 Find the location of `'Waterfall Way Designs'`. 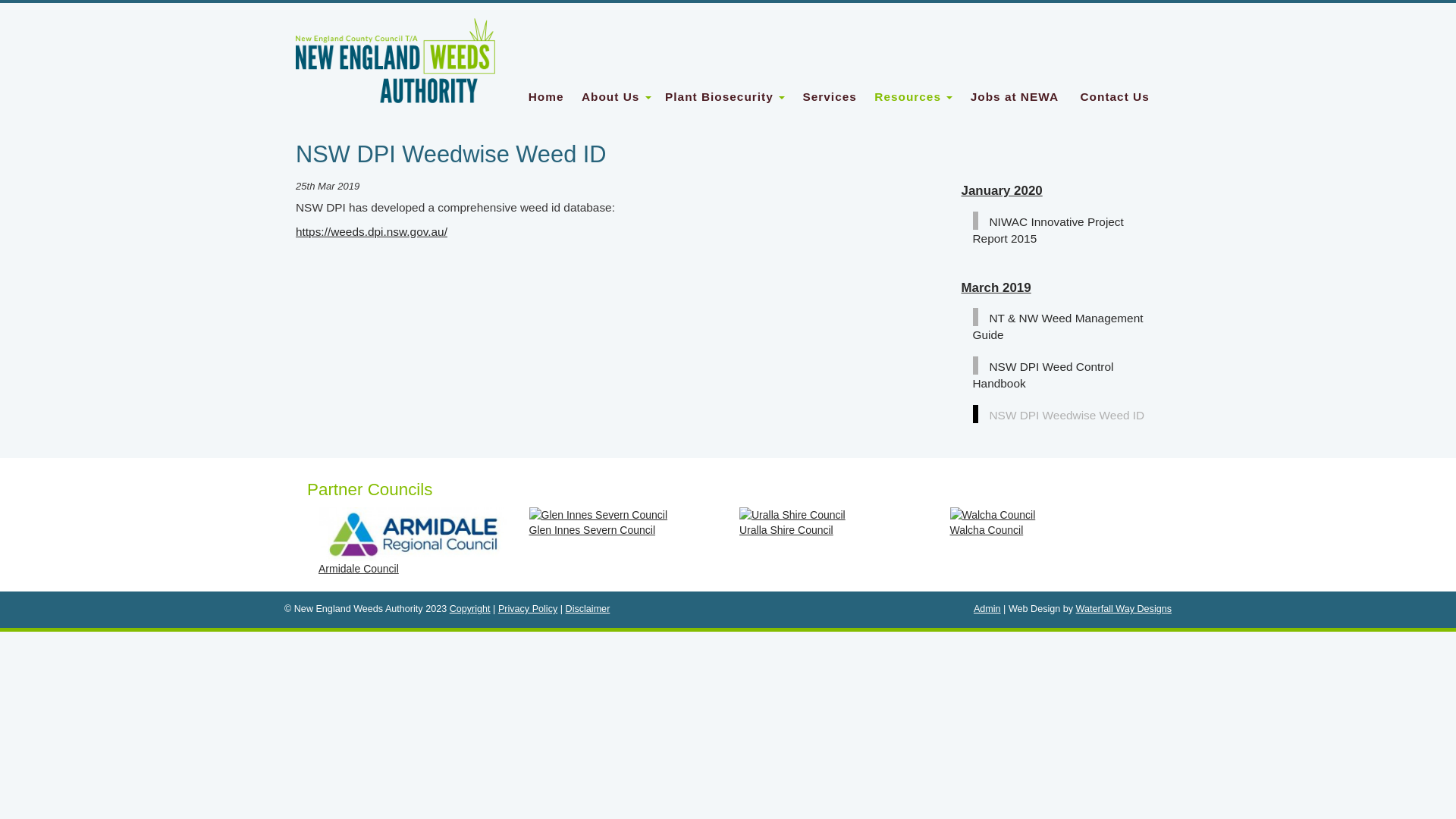

'Waterfall Way Designs' is located at coordinates (1124, 607).